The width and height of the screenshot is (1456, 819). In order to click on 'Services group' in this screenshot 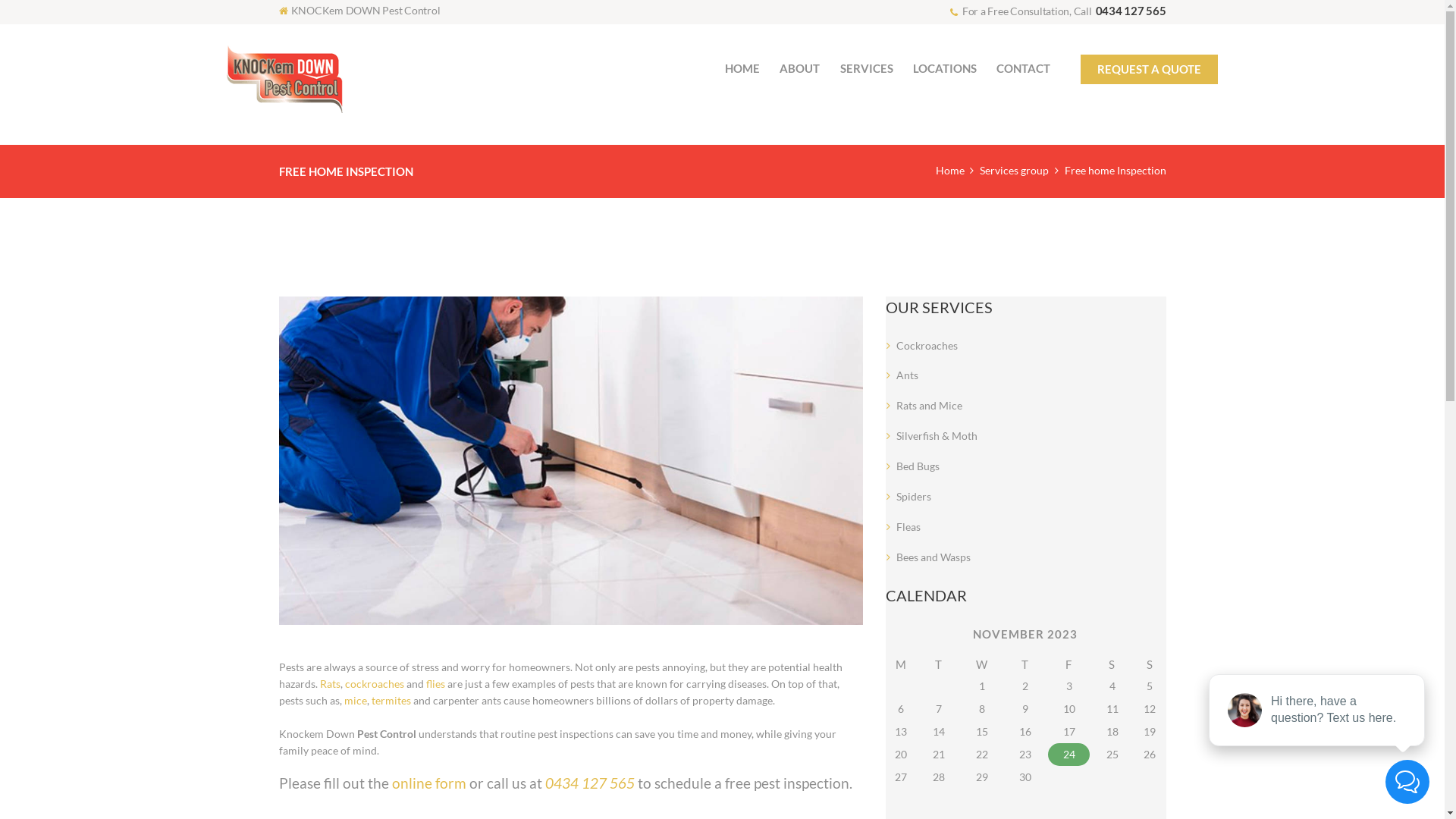, I will do `click(979, 170)`.